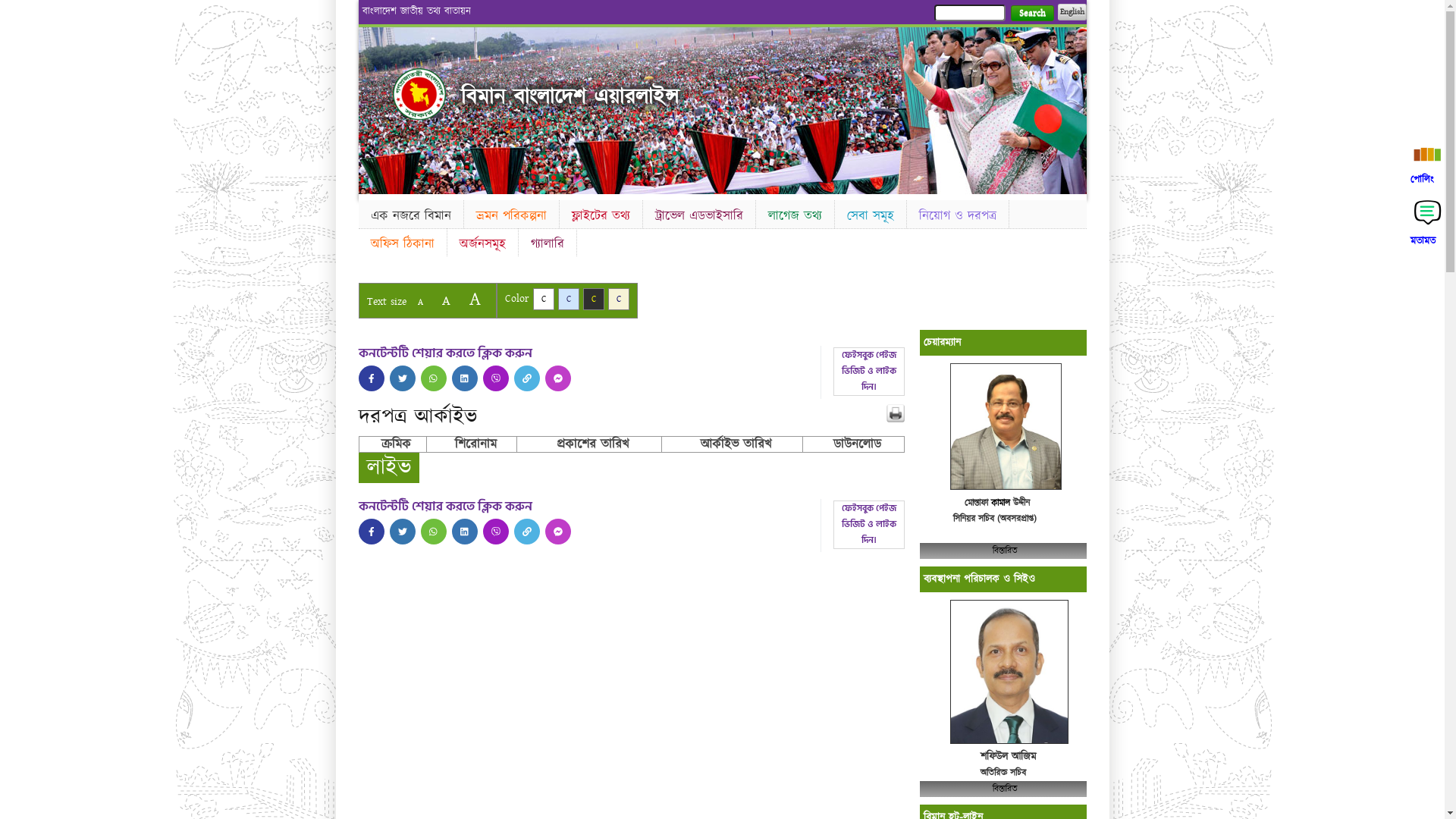 The image size is (1456, 819). I want to click on 'English', so click(1070, 11).